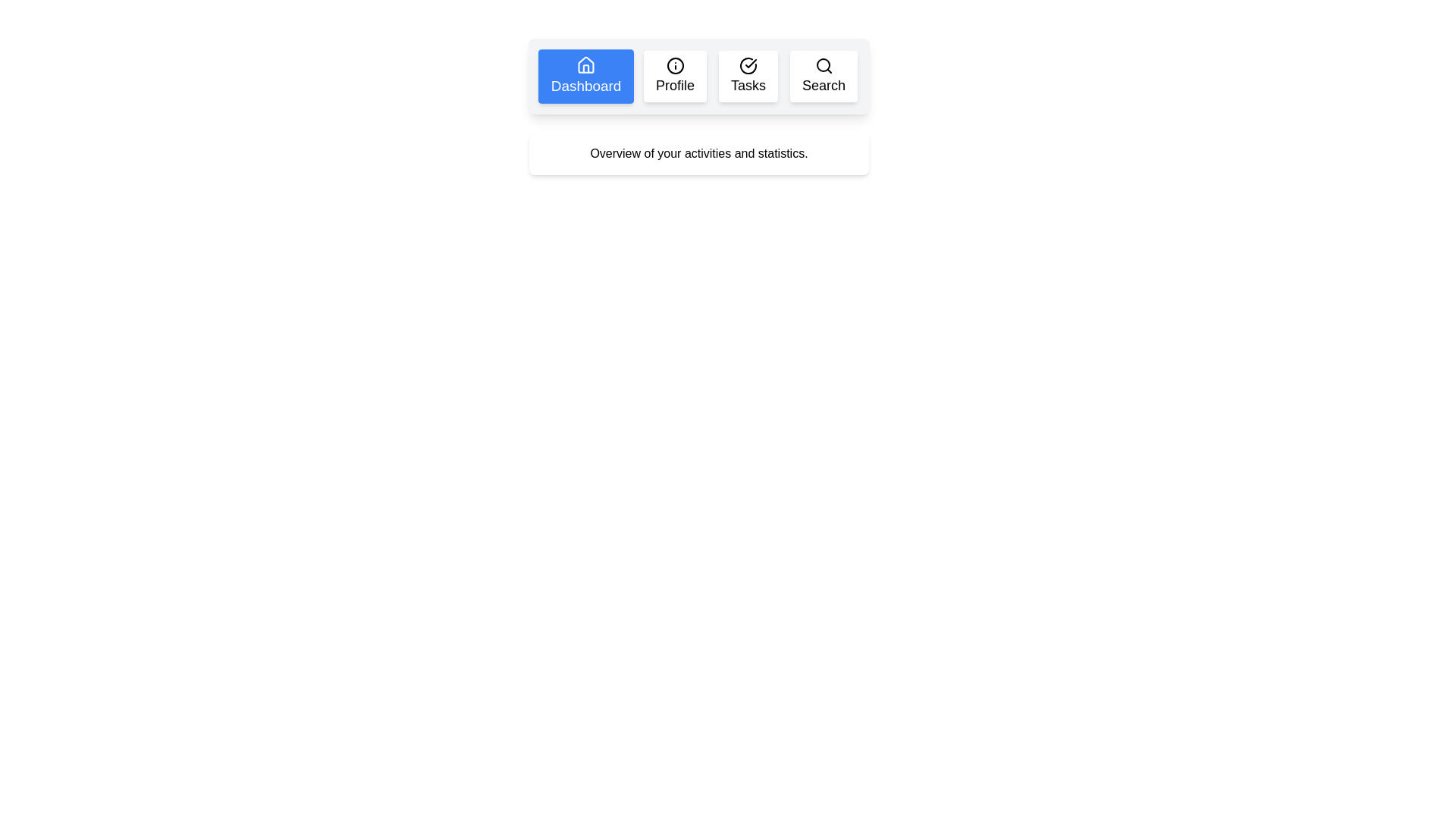 The image size is (1456, 819). I want to click on the tab labeled Dashboard, so click(585, 76).